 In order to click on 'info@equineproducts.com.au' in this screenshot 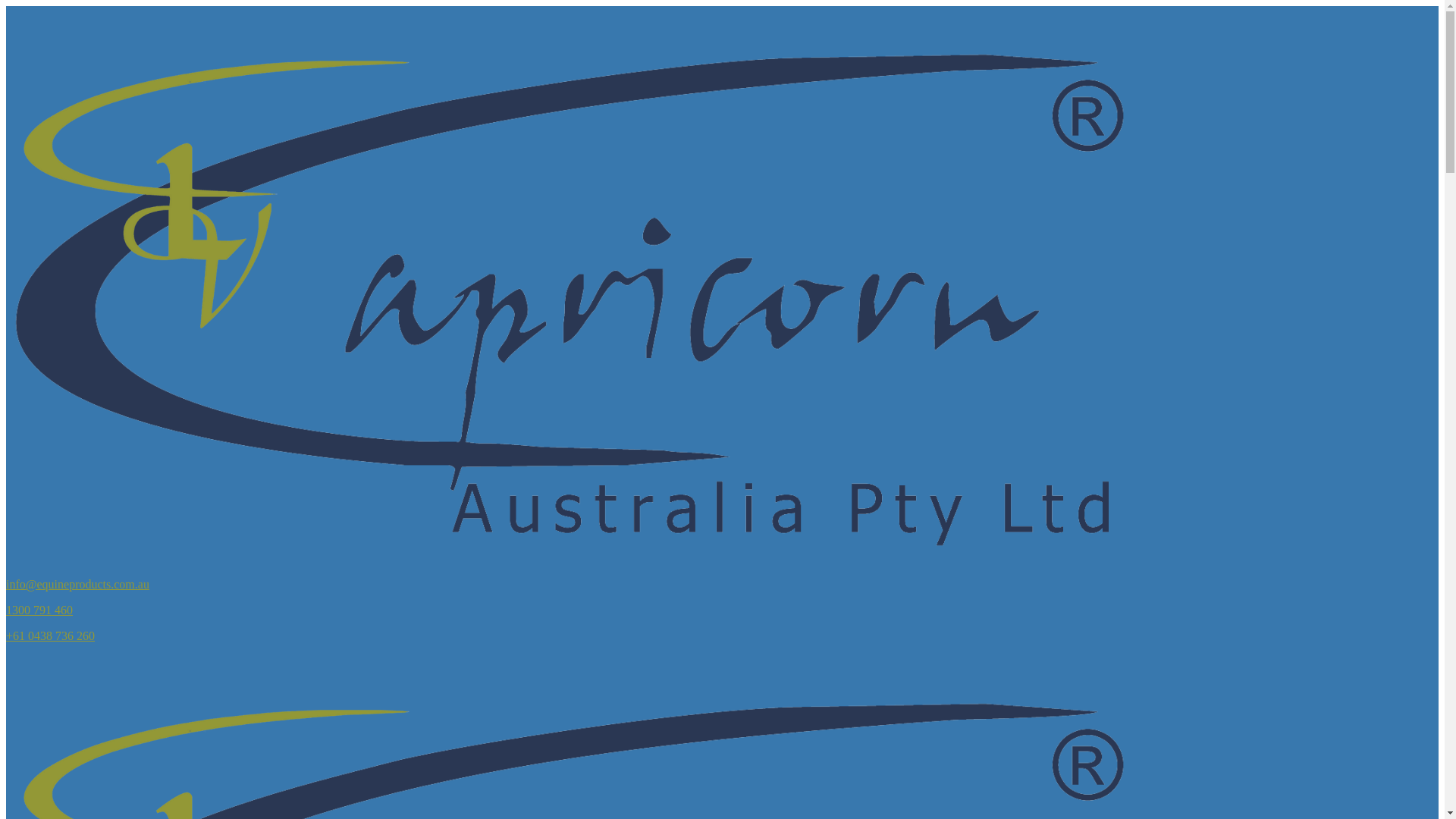, I will do `click(77, 583)`.